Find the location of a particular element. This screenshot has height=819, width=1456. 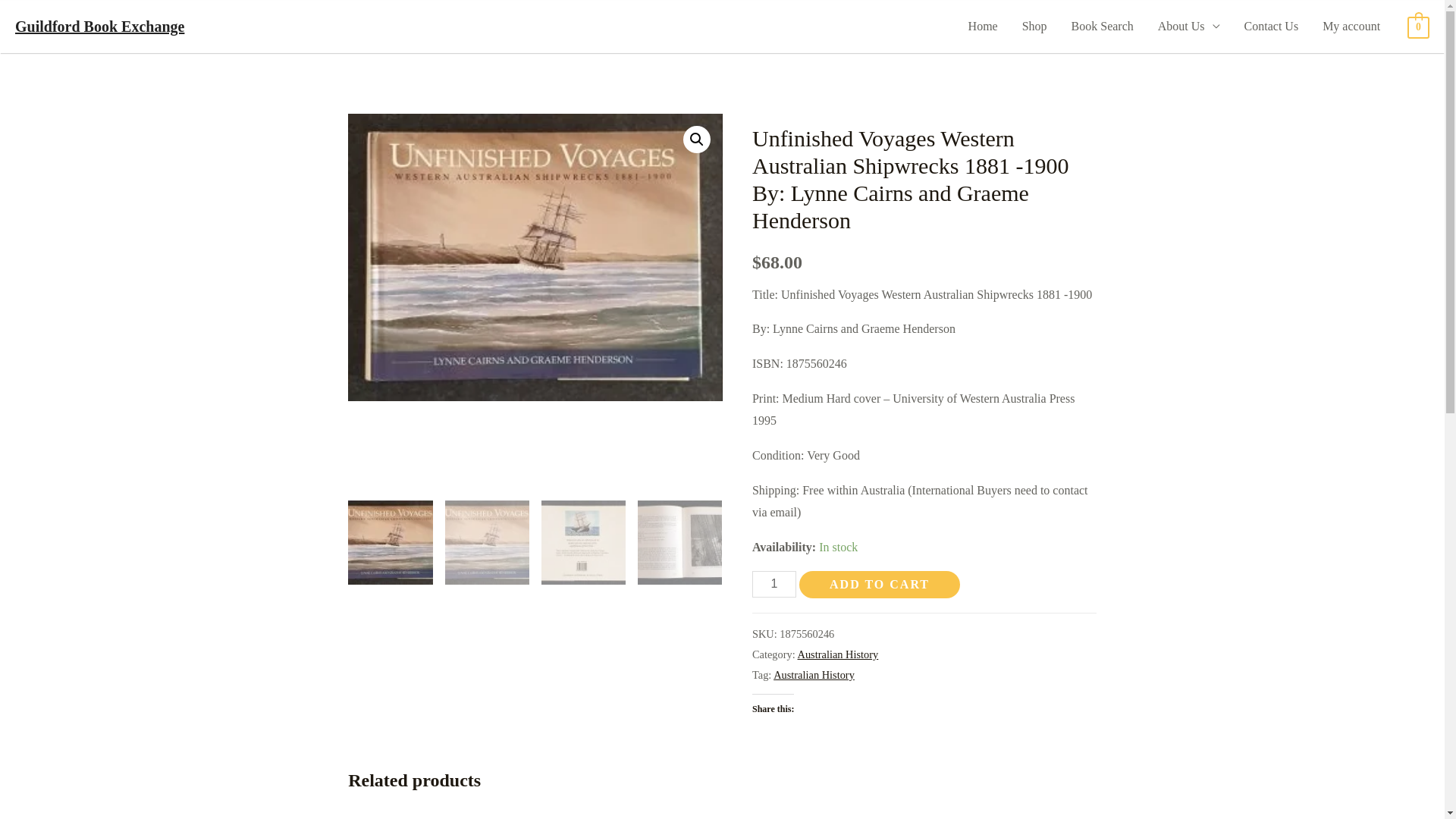

'Contact Us' is located at coordinates (1271, 26).